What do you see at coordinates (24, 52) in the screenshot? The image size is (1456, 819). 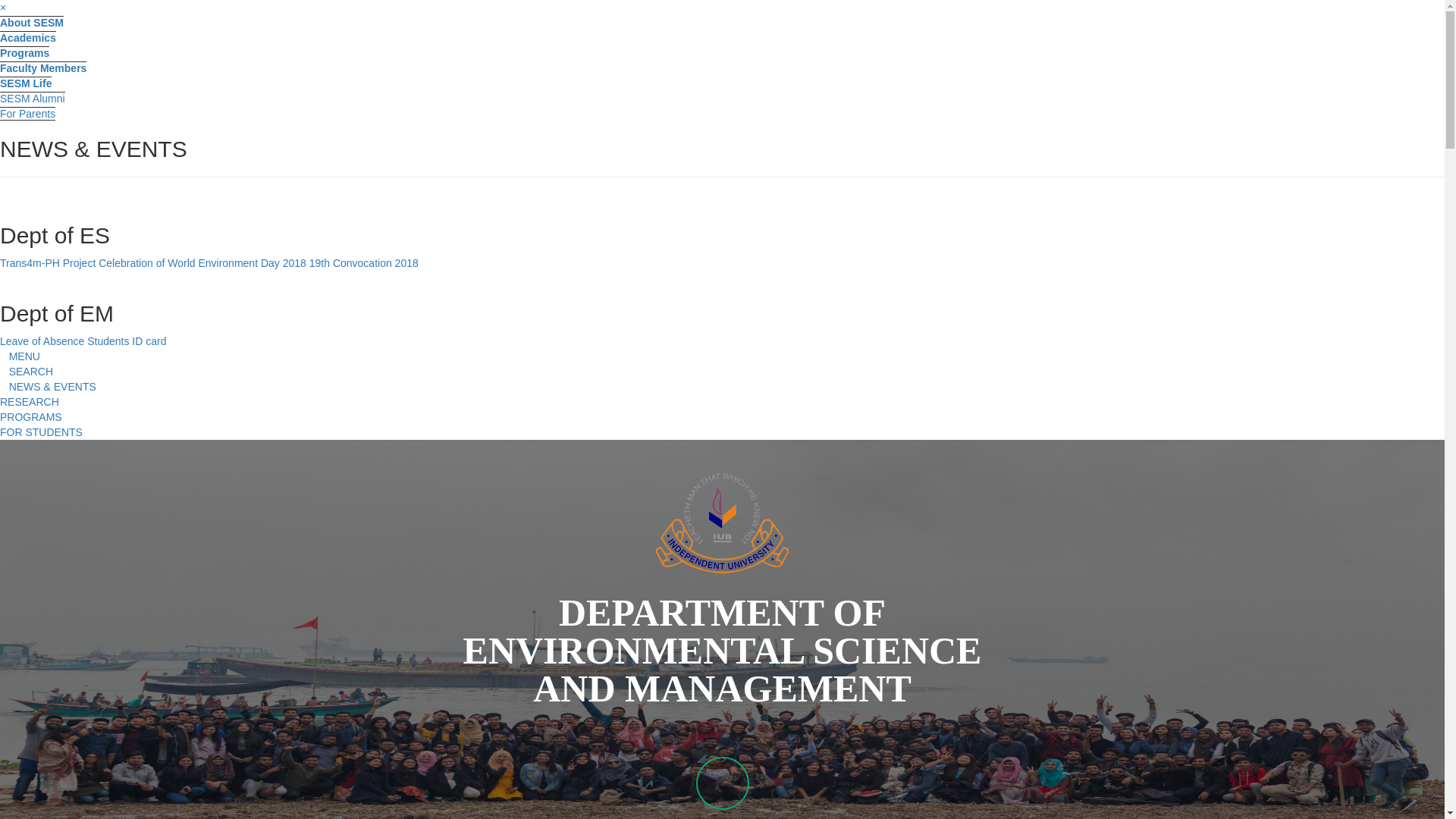 I see `'Programs'` at bounding box center [24, 52].